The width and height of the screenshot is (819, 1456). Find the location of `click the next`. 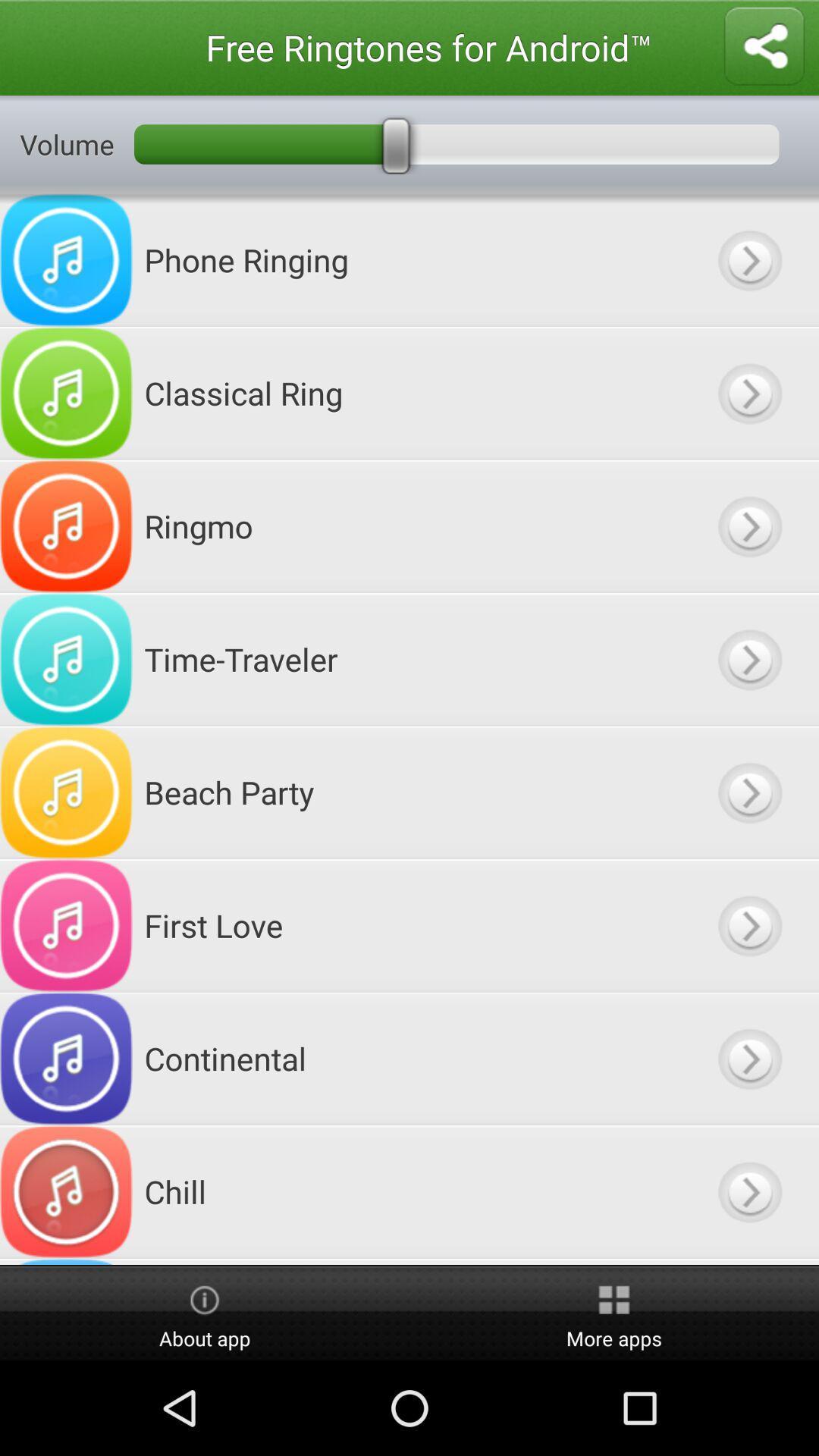

click the next is located at coordinates (748, 1191).